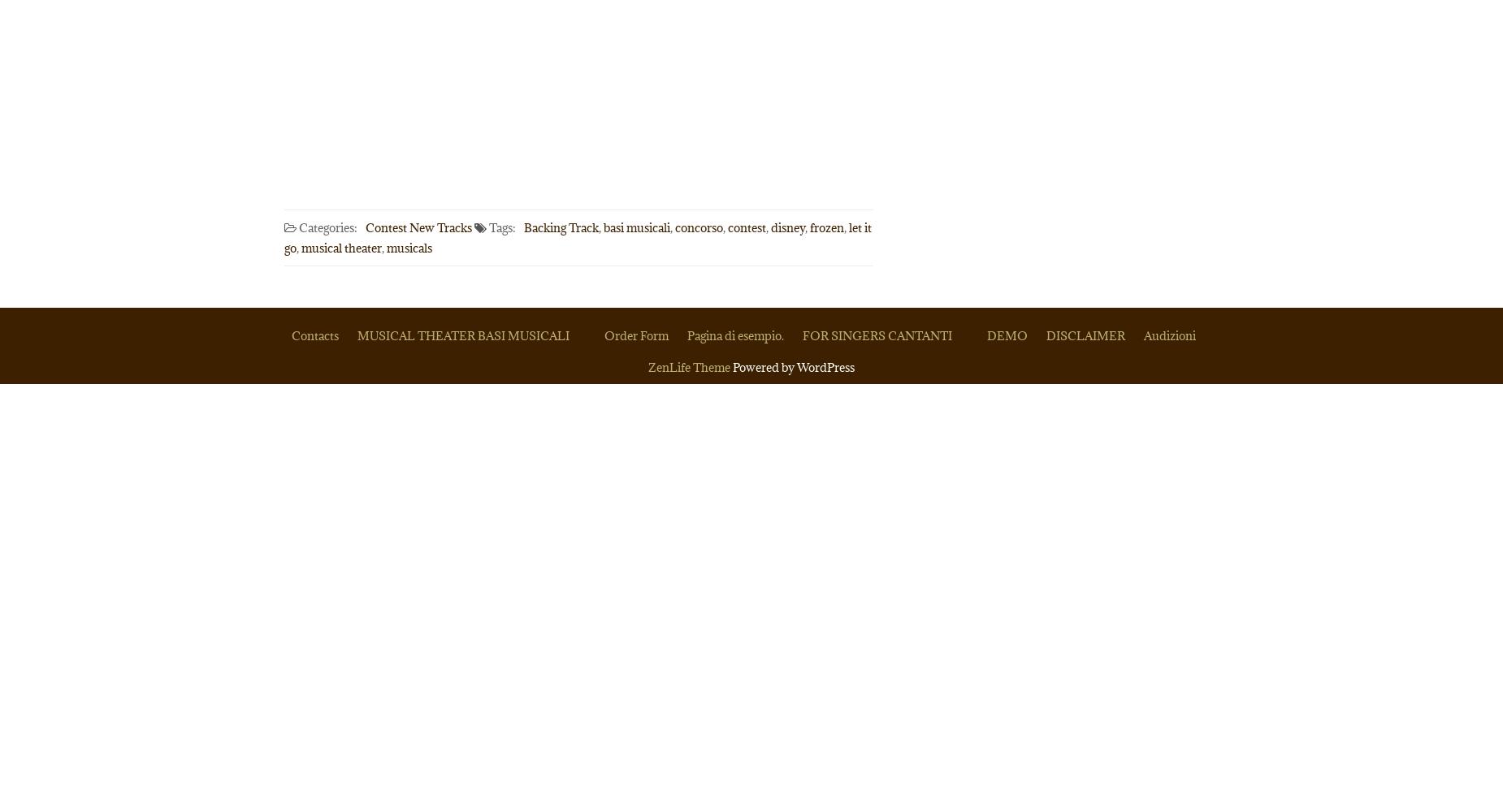 The width and height of the screenshot is (1503, 812). What do you see at coordinates (477, 335) in the screenshot?
I see `'BASI MUSICALI'` at bounding box center [477, 335].